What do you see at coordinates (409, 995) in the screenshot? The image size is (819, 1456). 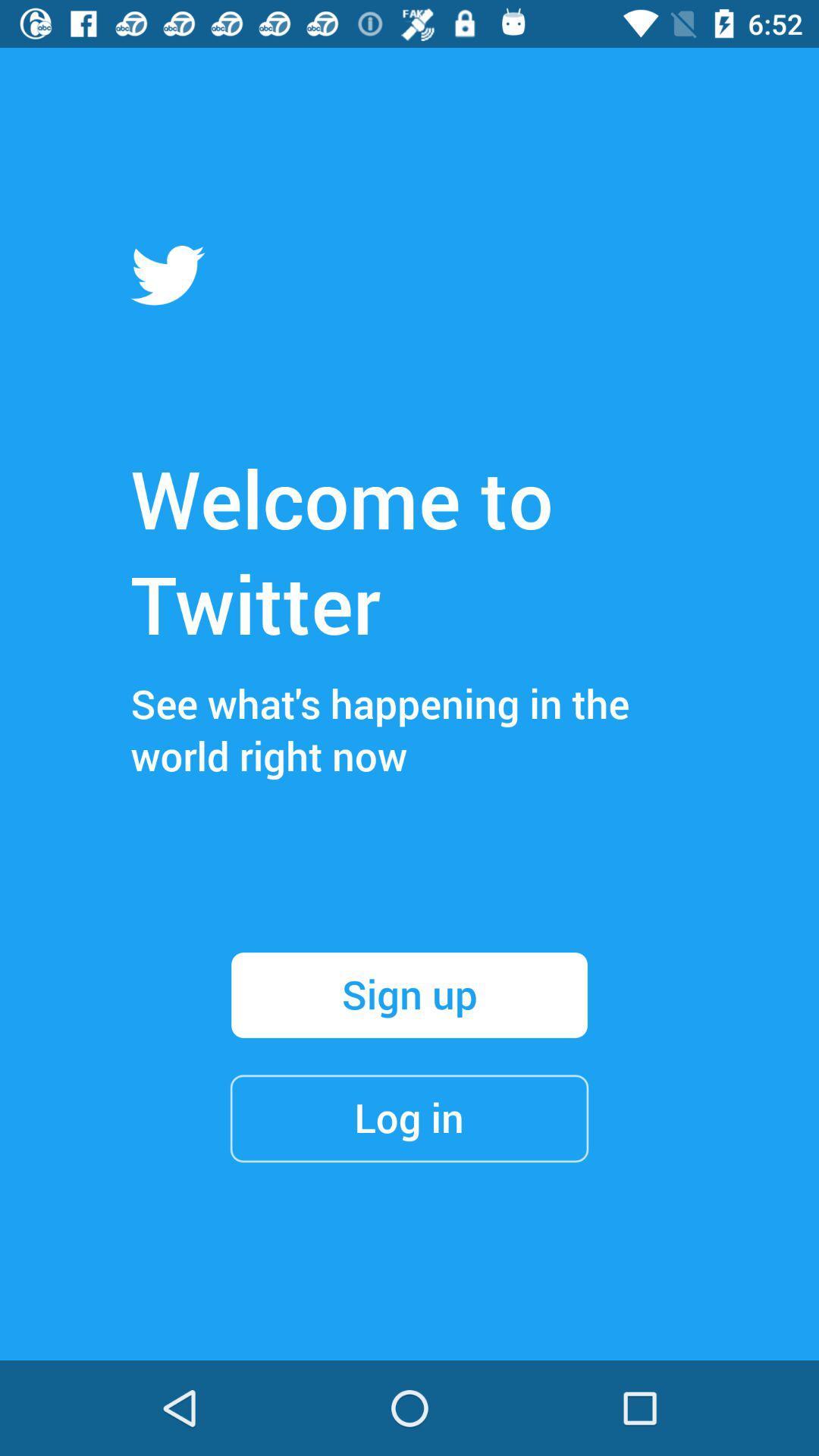 I see `the item below see what s` at bounding box center [409, 995].